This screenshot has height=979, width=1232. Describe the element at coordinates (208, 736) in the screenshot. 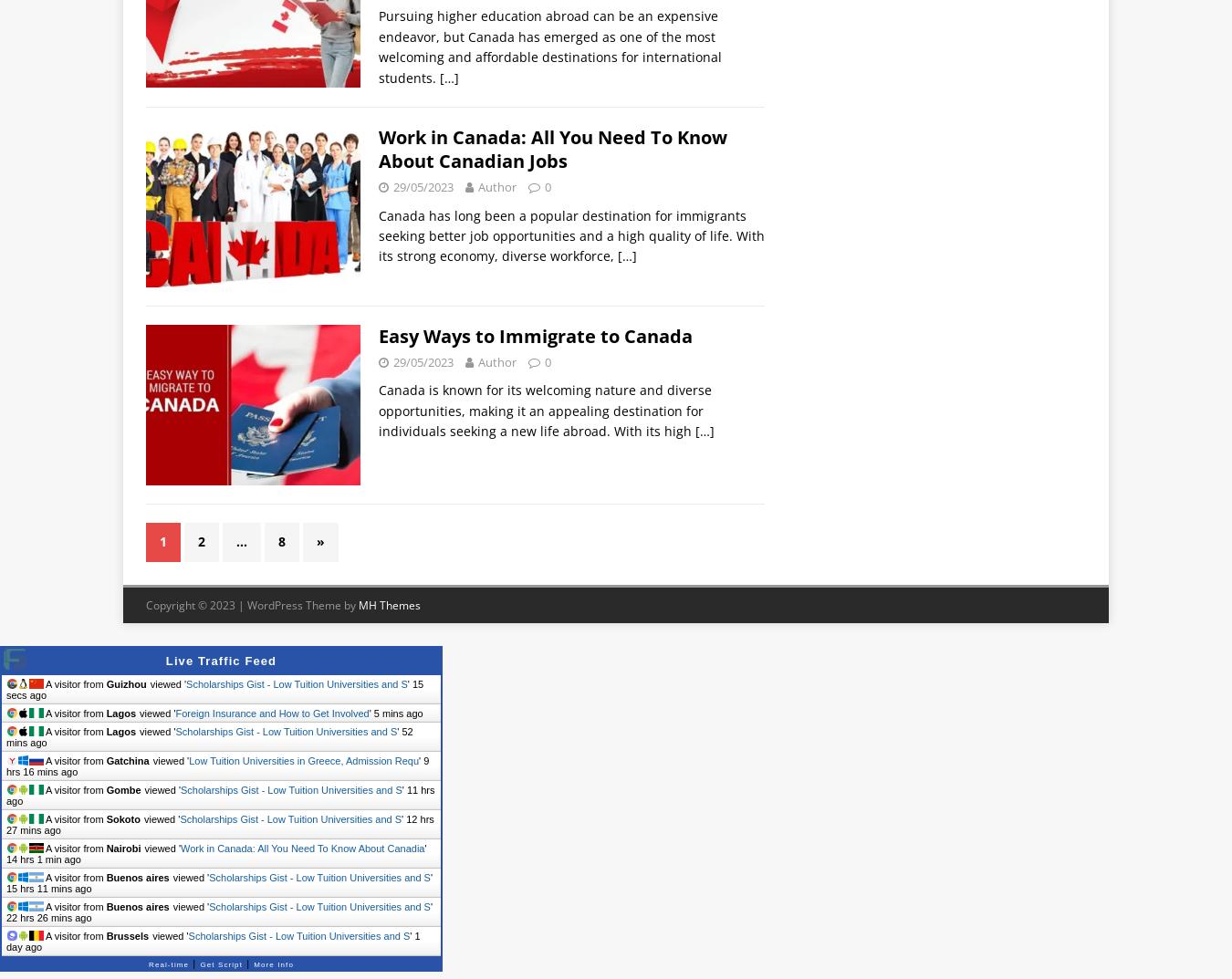

I see `'52 mins ago'` at that location.